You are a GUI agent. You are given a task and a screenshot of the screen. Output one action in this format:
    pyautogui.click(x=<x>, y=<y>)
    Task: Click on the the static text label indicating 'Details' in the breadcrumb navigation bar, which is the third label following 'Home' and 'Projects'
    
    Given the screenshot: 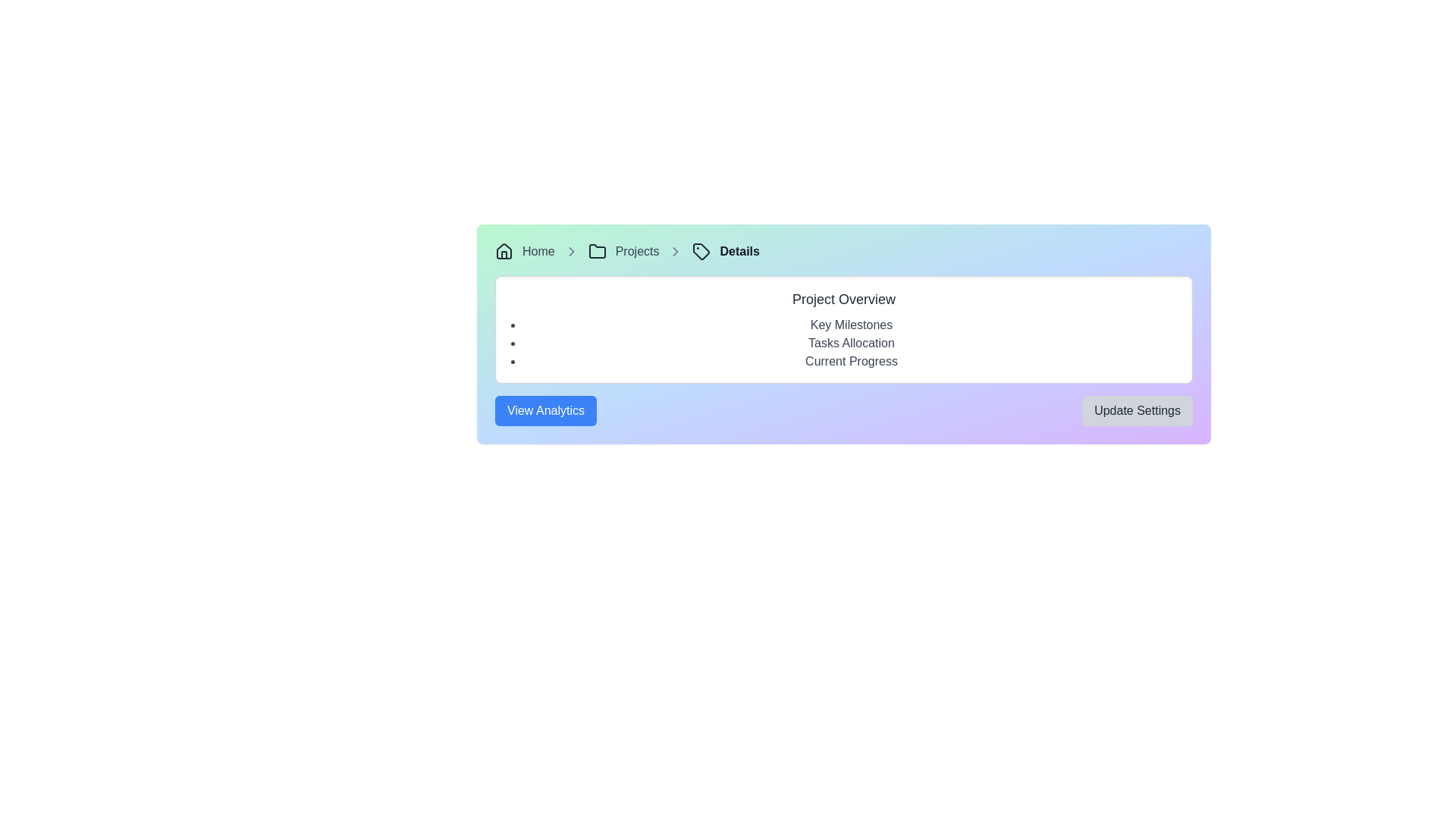 What is the action you would take?
    pyautogui.click(x=739, y=250)
    